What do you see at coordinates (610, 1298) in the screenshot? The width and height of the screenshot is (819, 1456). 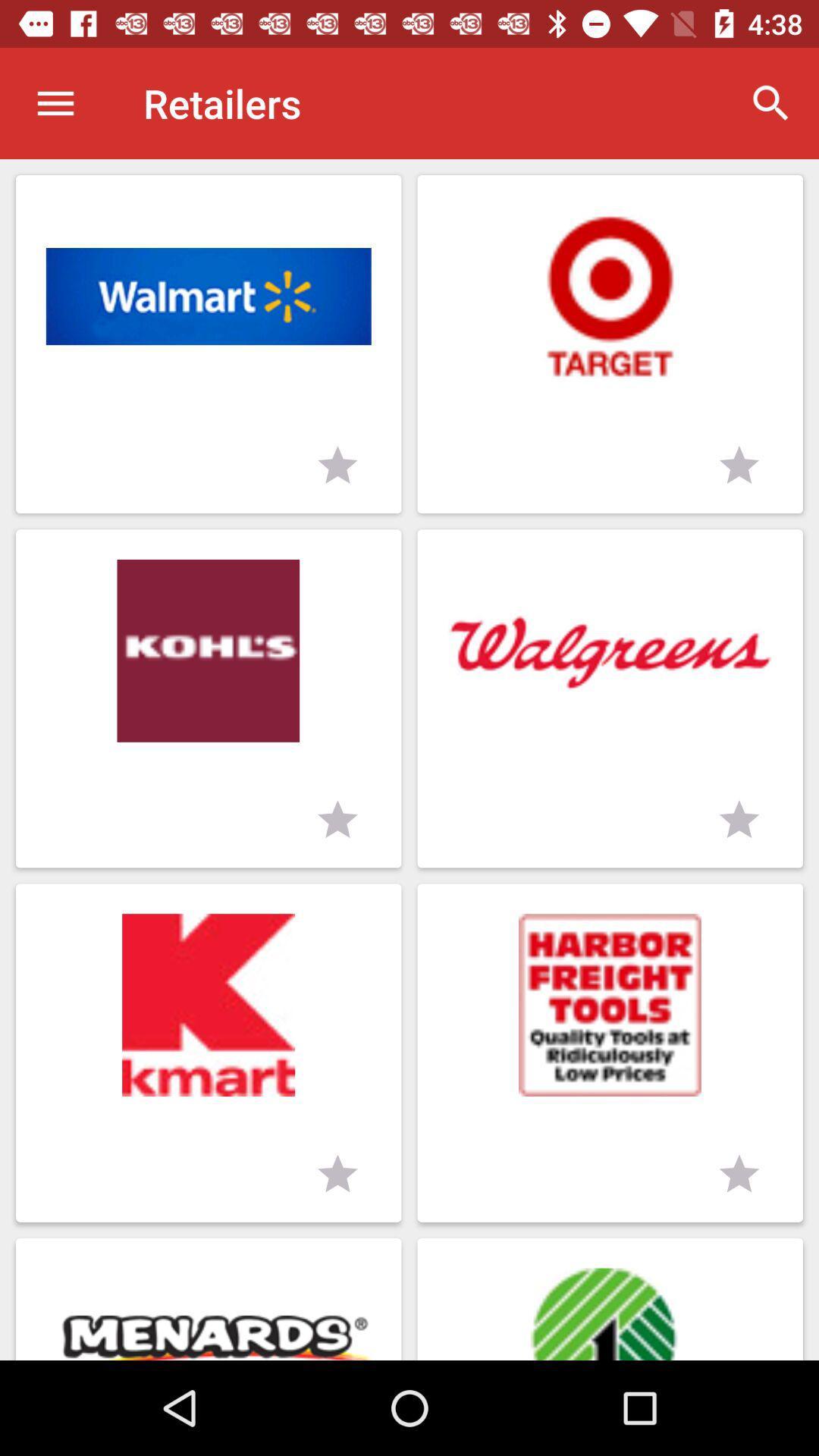 I see `the fourth row of second image` at bounding box center [610, 1298].